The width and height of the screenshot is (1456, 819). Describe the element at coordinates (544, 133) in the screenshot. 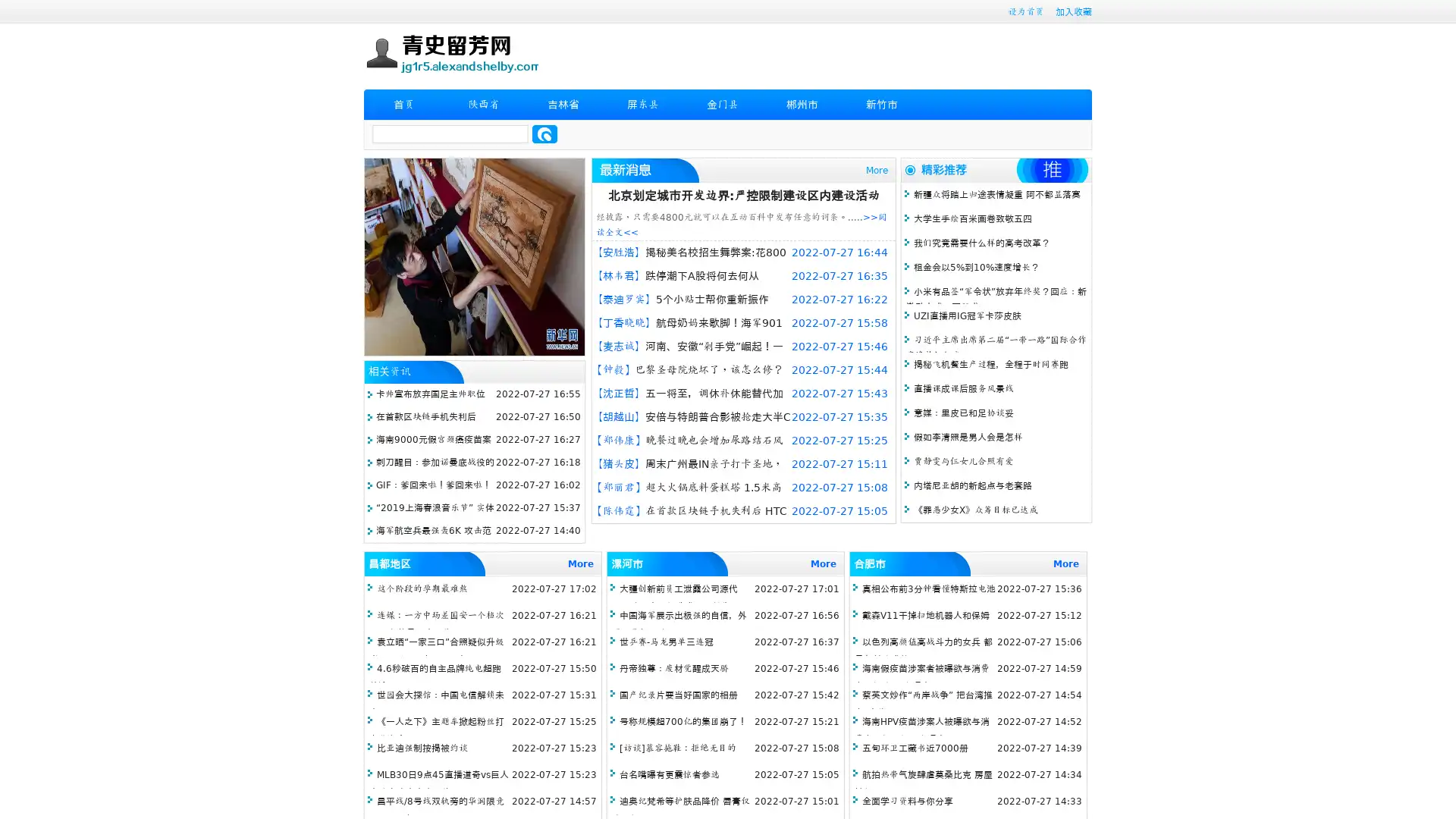

I see `Search` at that location.